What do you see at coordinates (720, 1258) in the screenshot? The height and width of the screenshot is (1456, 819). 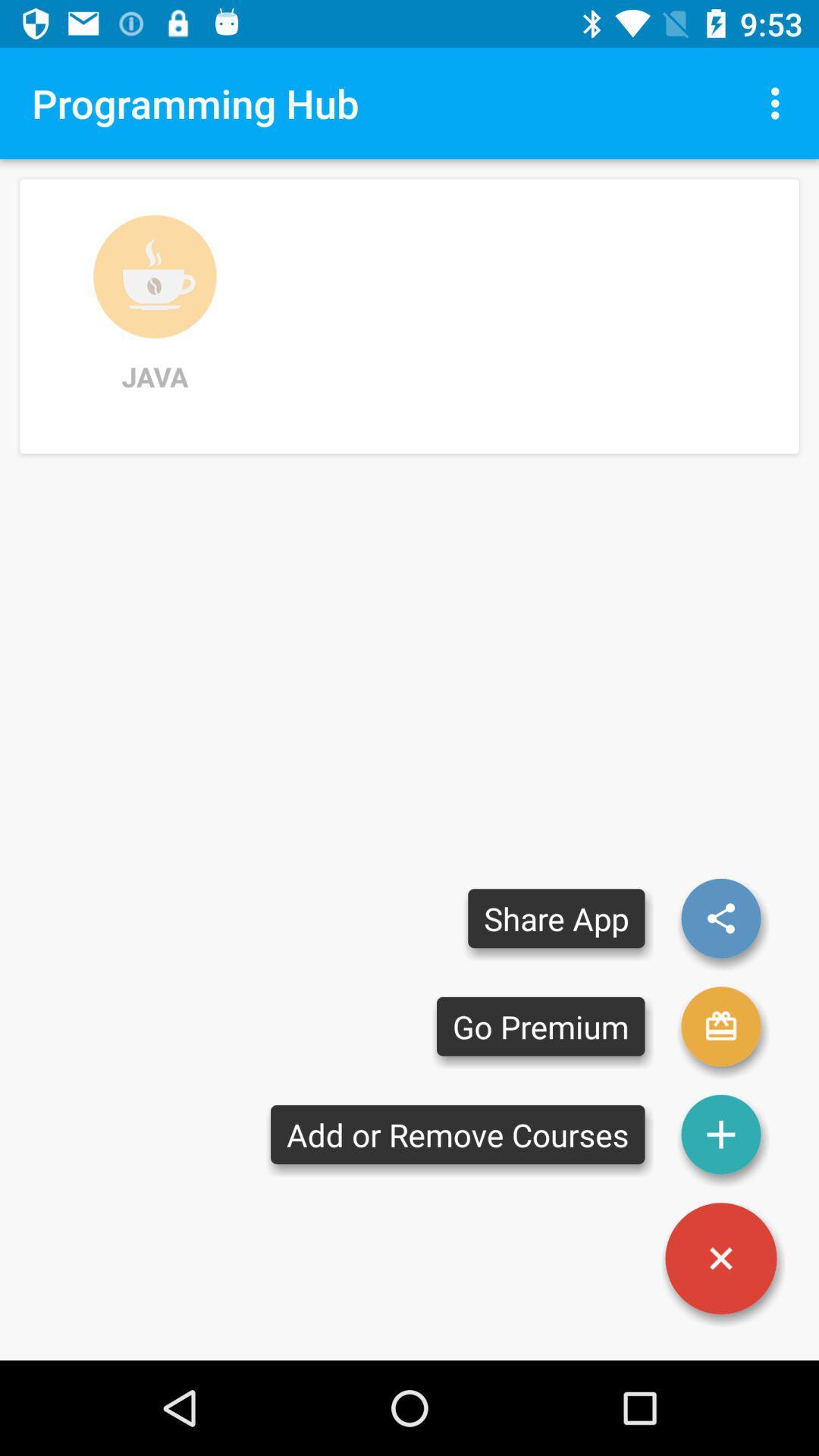 I see `close` at bounding box center [720, 1258].